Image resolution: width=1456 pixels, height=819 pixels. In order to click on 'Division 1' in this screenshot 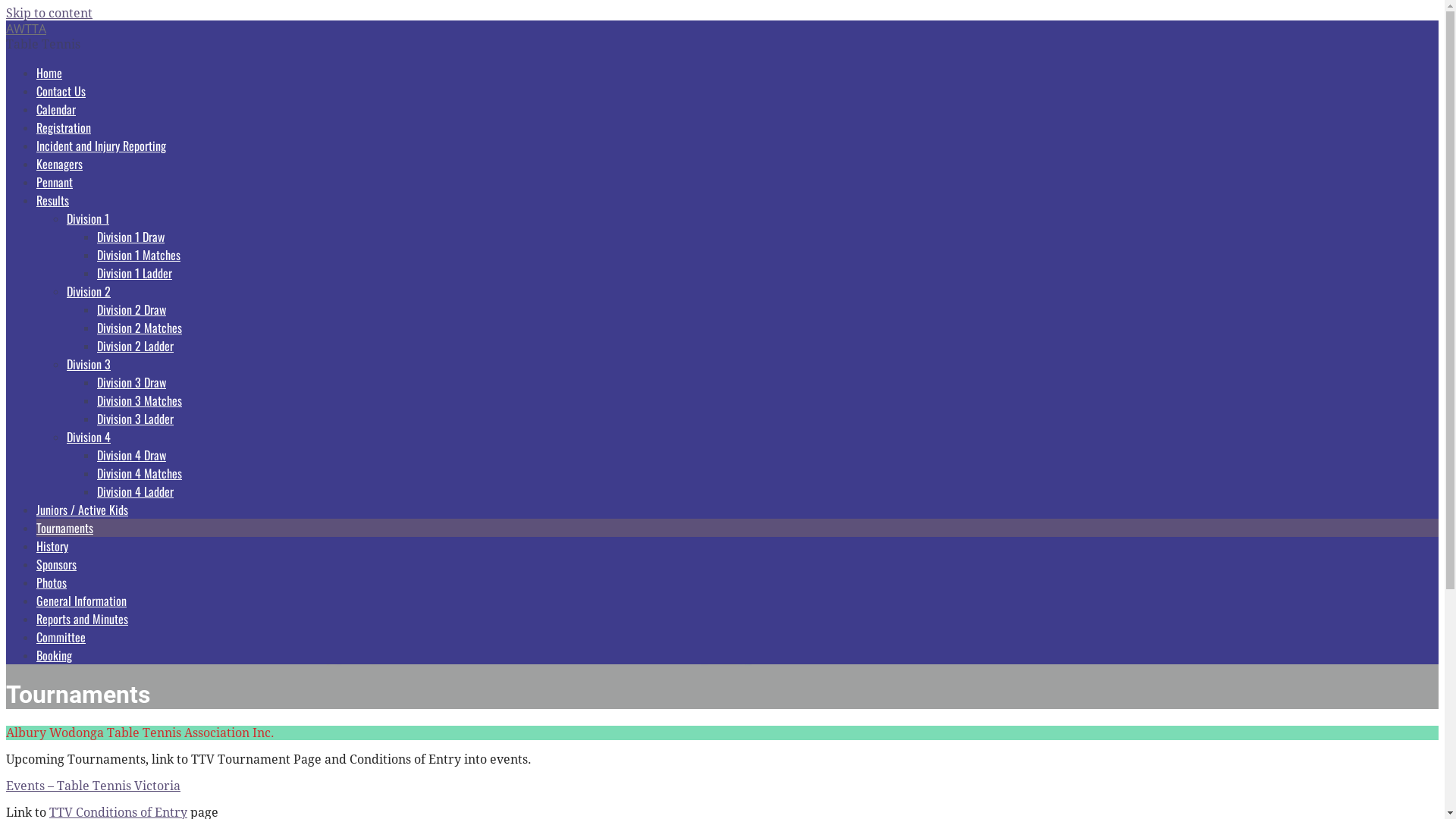, I will do `click(86, 218)`.